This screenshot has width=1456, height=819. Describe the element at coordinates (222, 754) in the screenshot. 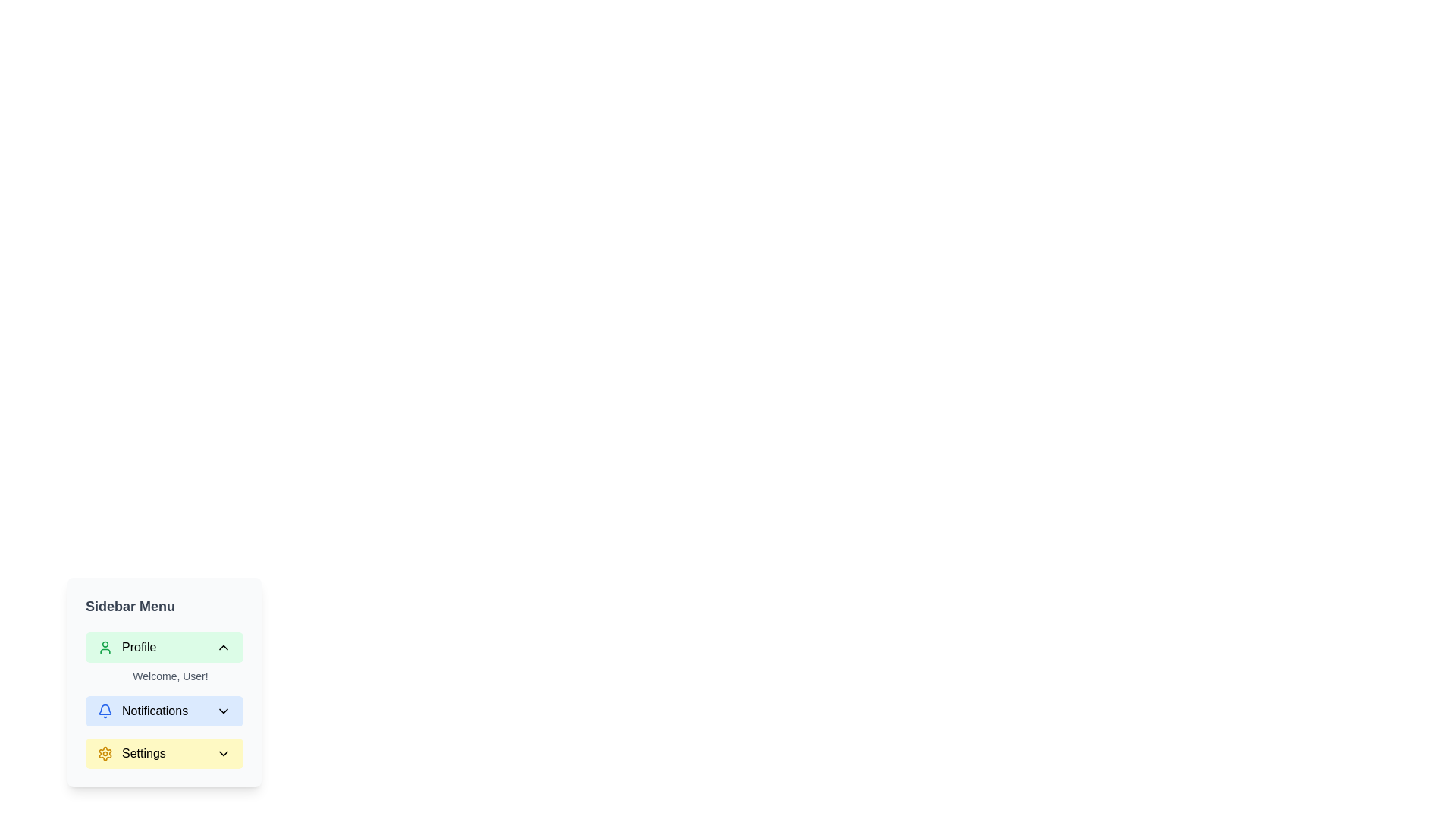

I see `the Dropdown indicator icon in the Settings section of the sidebar menu` at that location.